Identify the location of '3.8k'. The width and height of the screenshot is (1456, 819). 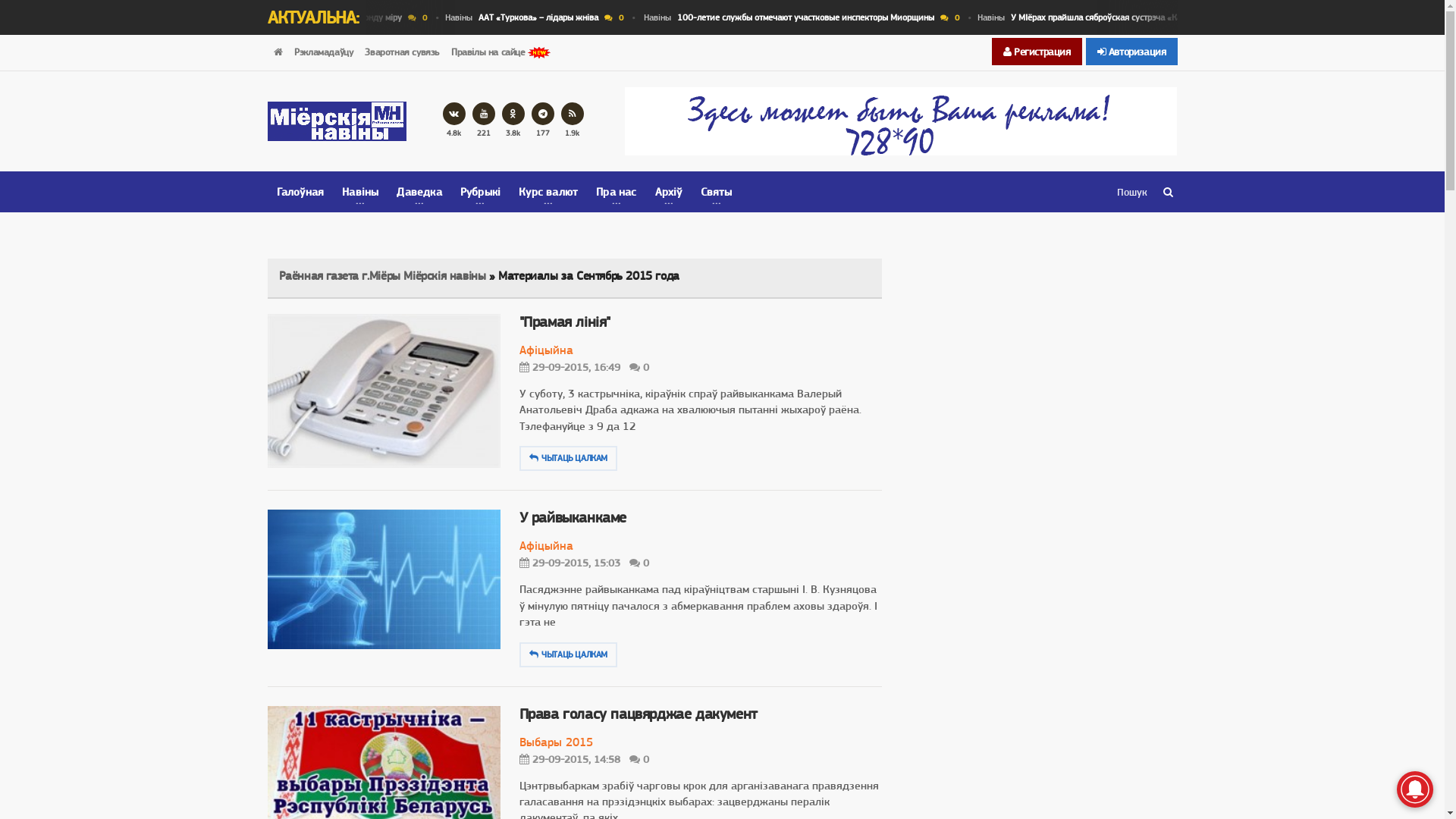
(513, 119).